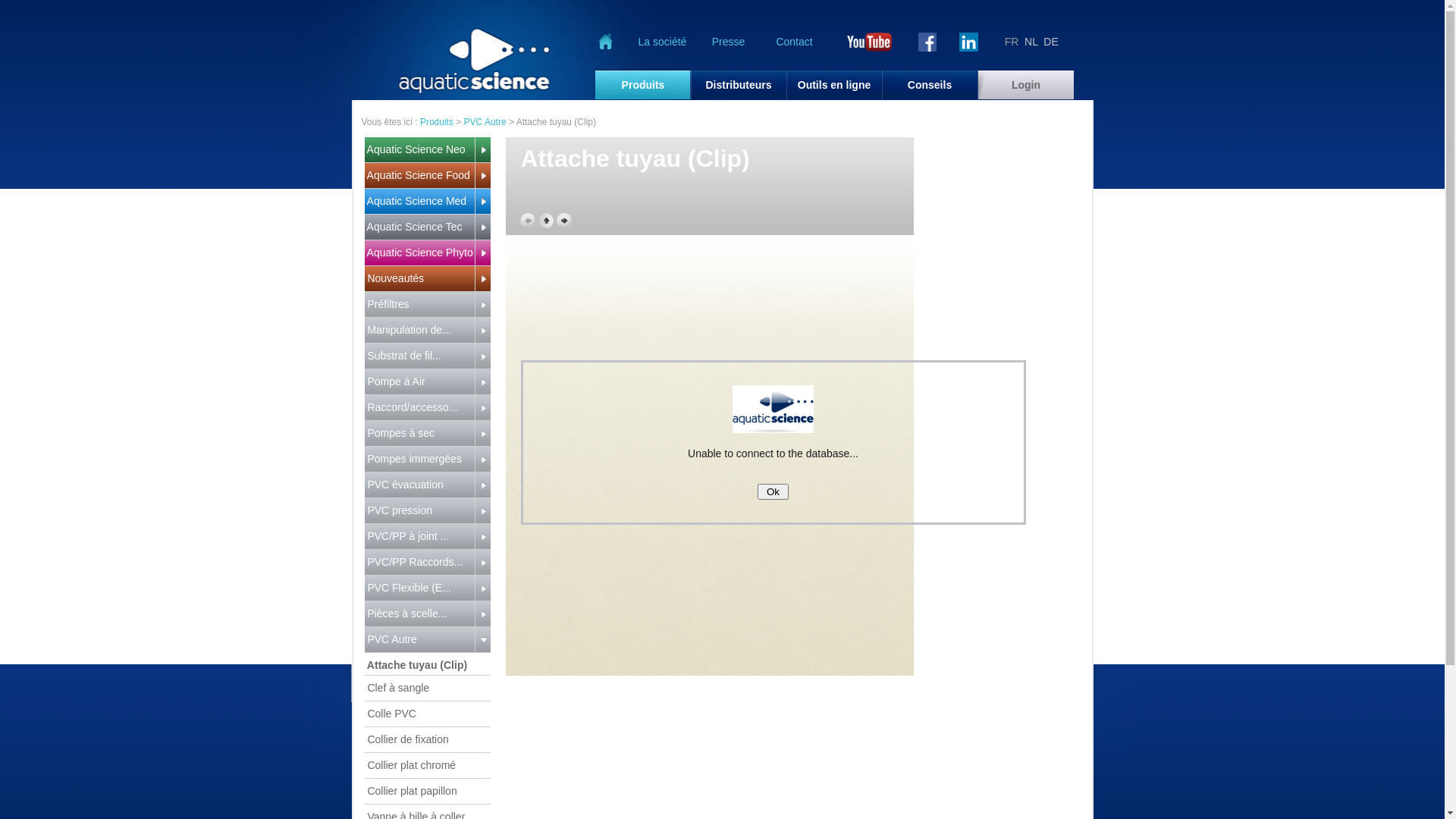  What do you see at coordinates (419, 253) in the screenshot?
I see `' Aquatic Science Phyto'` at bounding box center [419, 253].